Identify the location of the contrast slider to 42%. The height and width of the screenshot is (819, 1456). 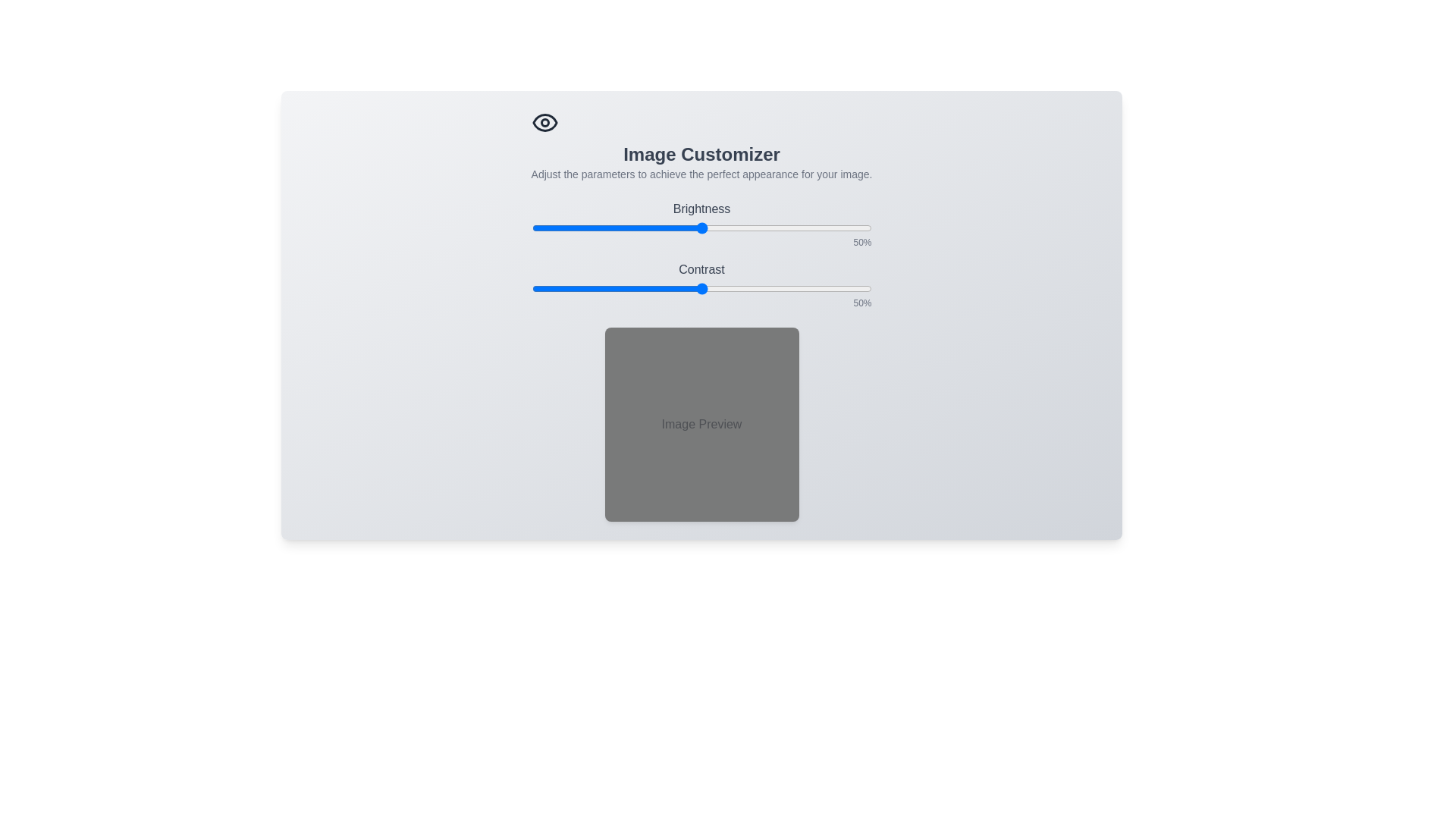
(673, 289).